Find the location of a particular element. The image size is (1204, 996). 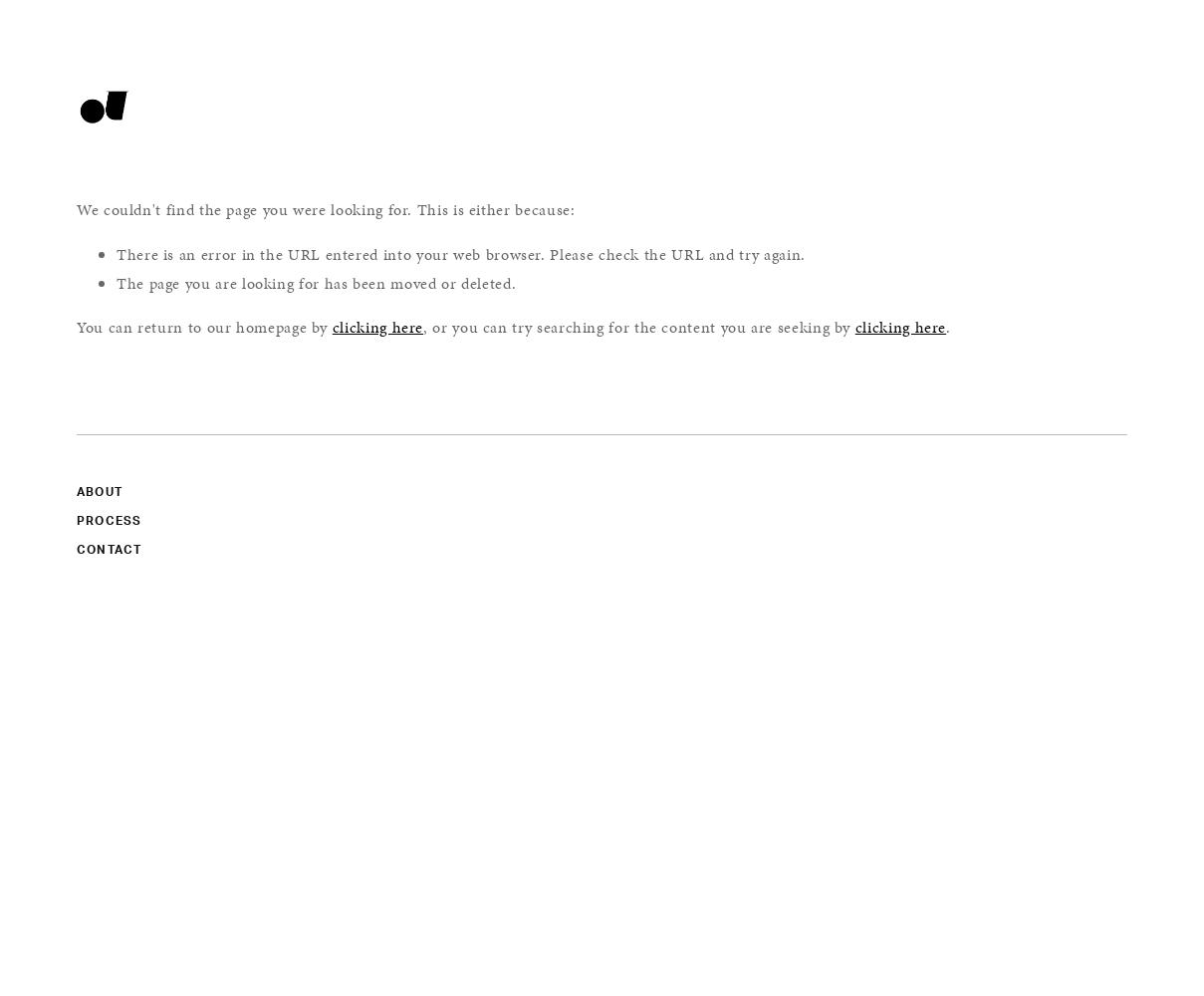

'PROCESS' is located at coordinates (108, 520).